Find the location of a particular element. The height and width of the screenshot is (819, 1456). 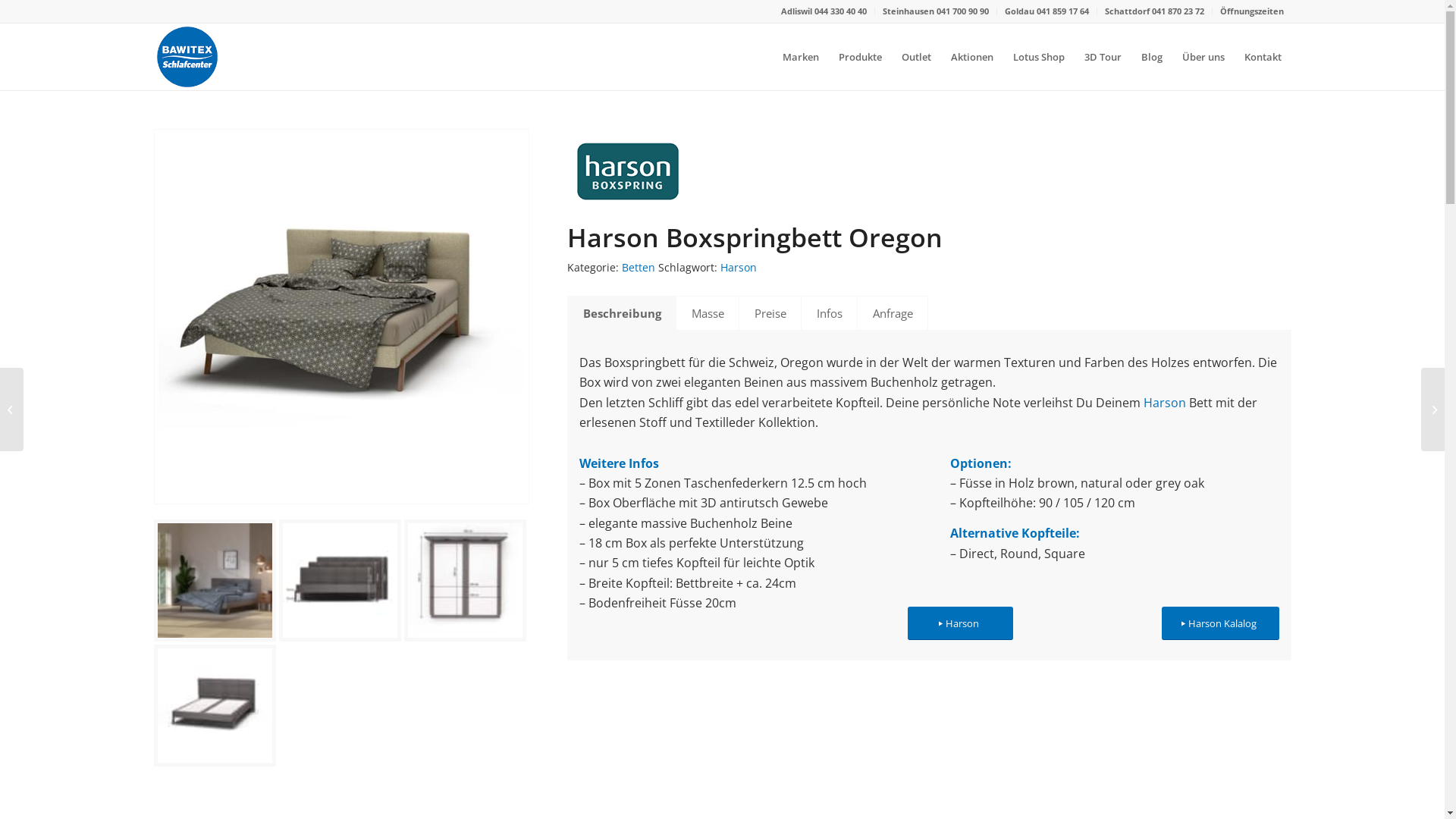

'041 870 23 72' is located at coordinates (1176, 11).